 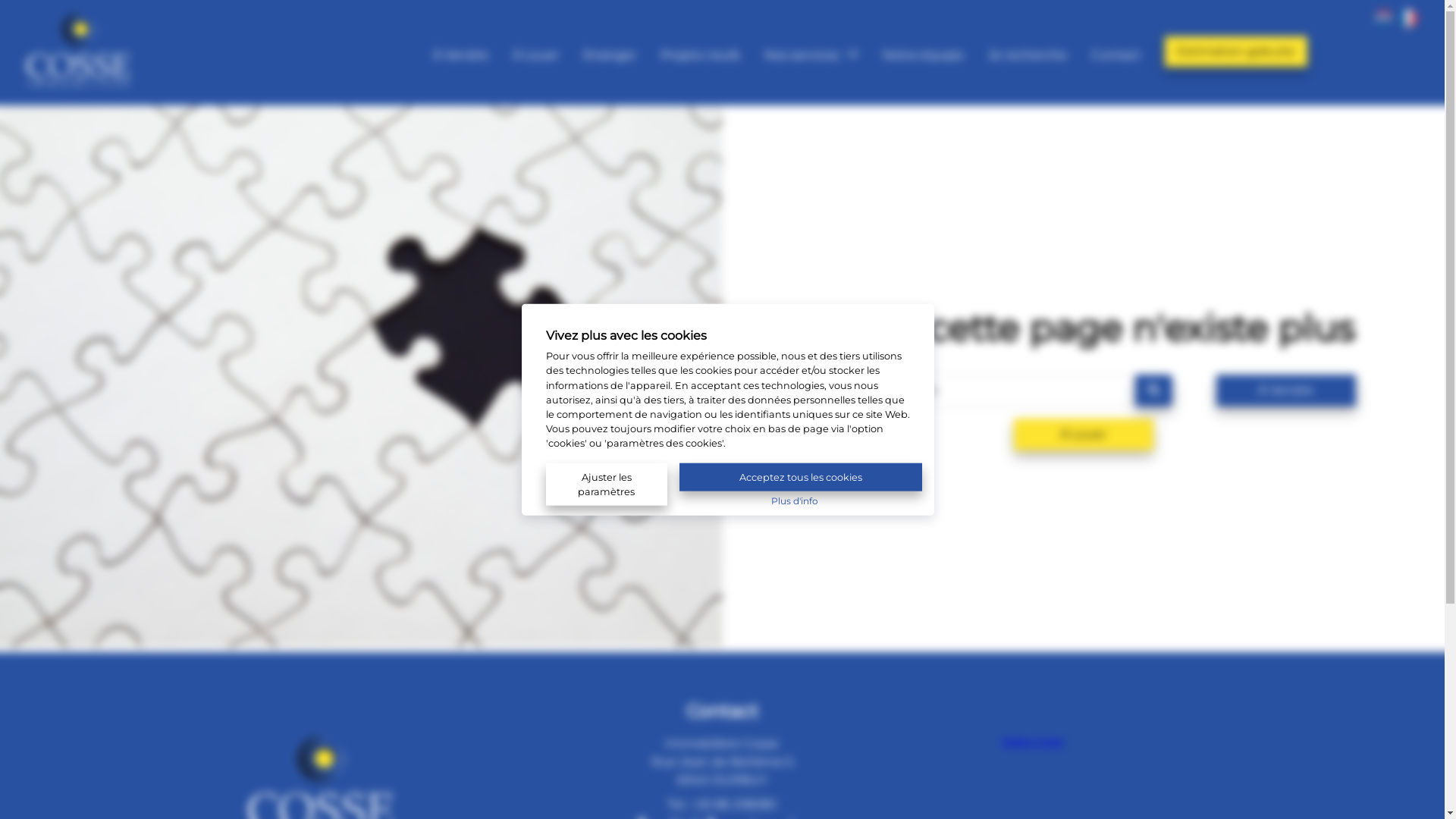 I want to click on 'Projets neufs', so click(x=699, y=51).